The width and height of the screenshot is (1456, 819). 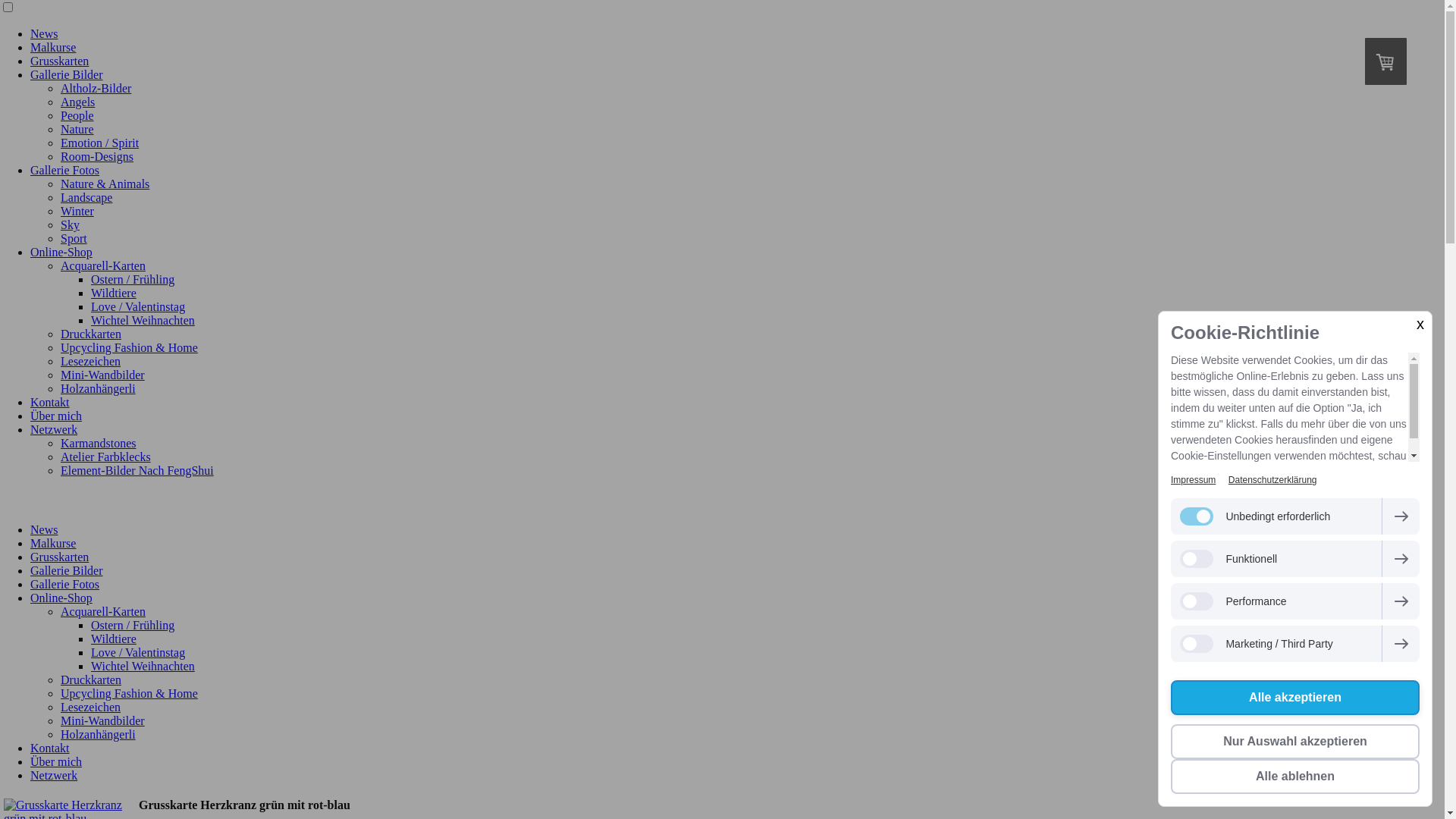 What do you see at coordinates (86, 196) in the screenshot?
I see `'Landscape'` at bounding box center [86, 196].